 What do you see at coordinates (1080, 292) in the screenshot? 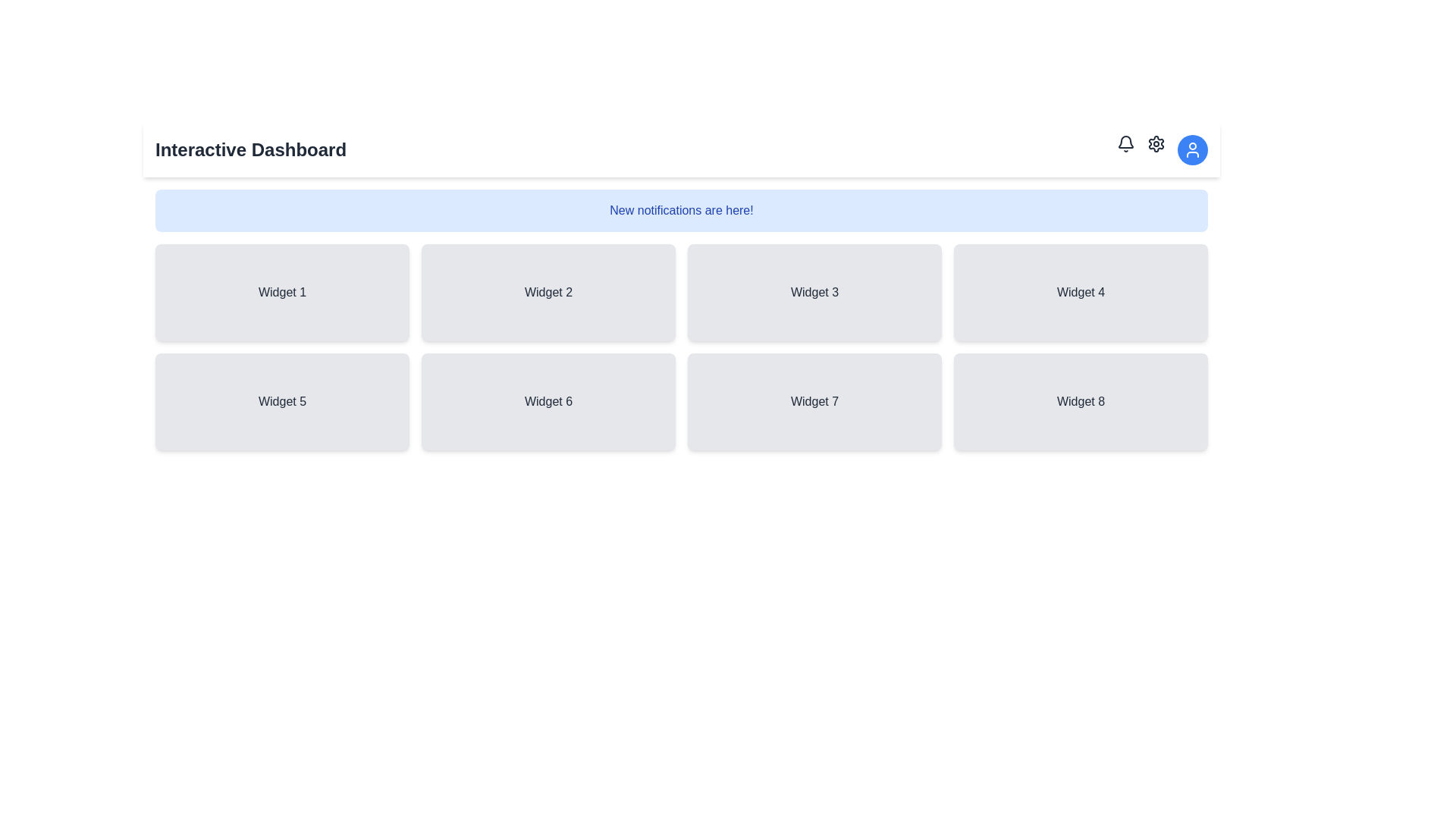
I see `the informational card labeled 'Widget 4', which is the fourth item in the grid layout` at bounding box center [1080, 292].